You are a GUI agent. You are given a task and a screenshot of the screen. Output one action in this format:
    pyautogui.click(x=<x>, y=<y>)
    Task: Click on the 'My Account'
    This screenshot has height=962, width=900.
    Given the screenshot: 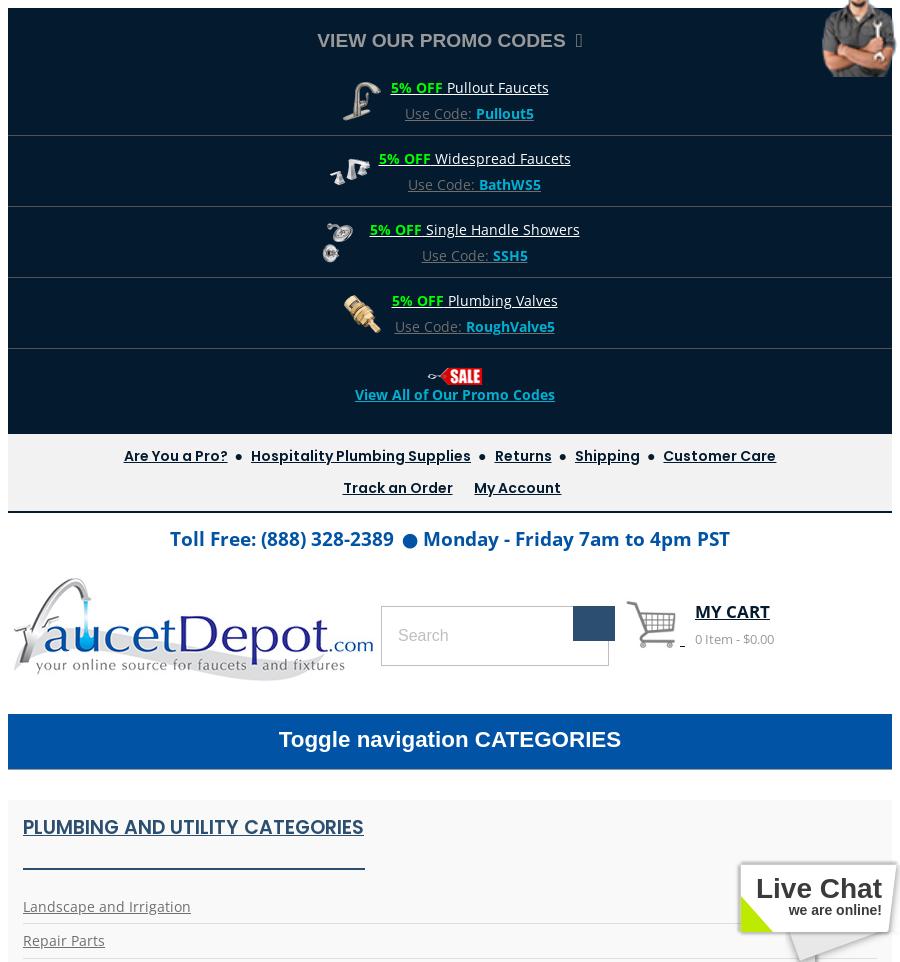 What is the action you would take?
    pyautogui.click(x=516, y=485)
    